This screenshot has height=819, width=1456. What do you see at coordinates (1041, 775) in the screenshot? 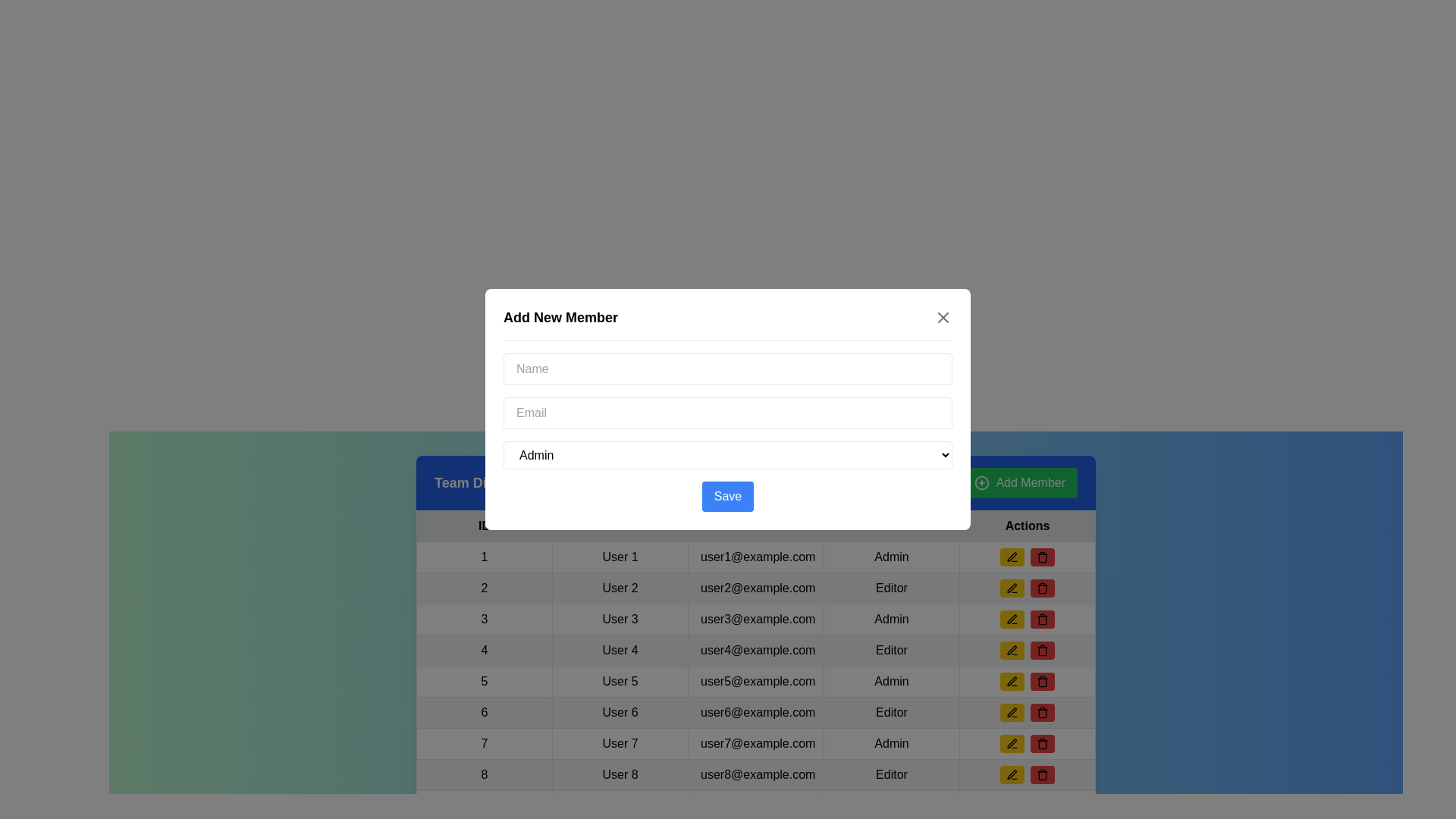
I see `the central lower body of the trash bin icon that indicates the delete functionality for the respective table row in the Actions column` at bounding box center [1041, 775].